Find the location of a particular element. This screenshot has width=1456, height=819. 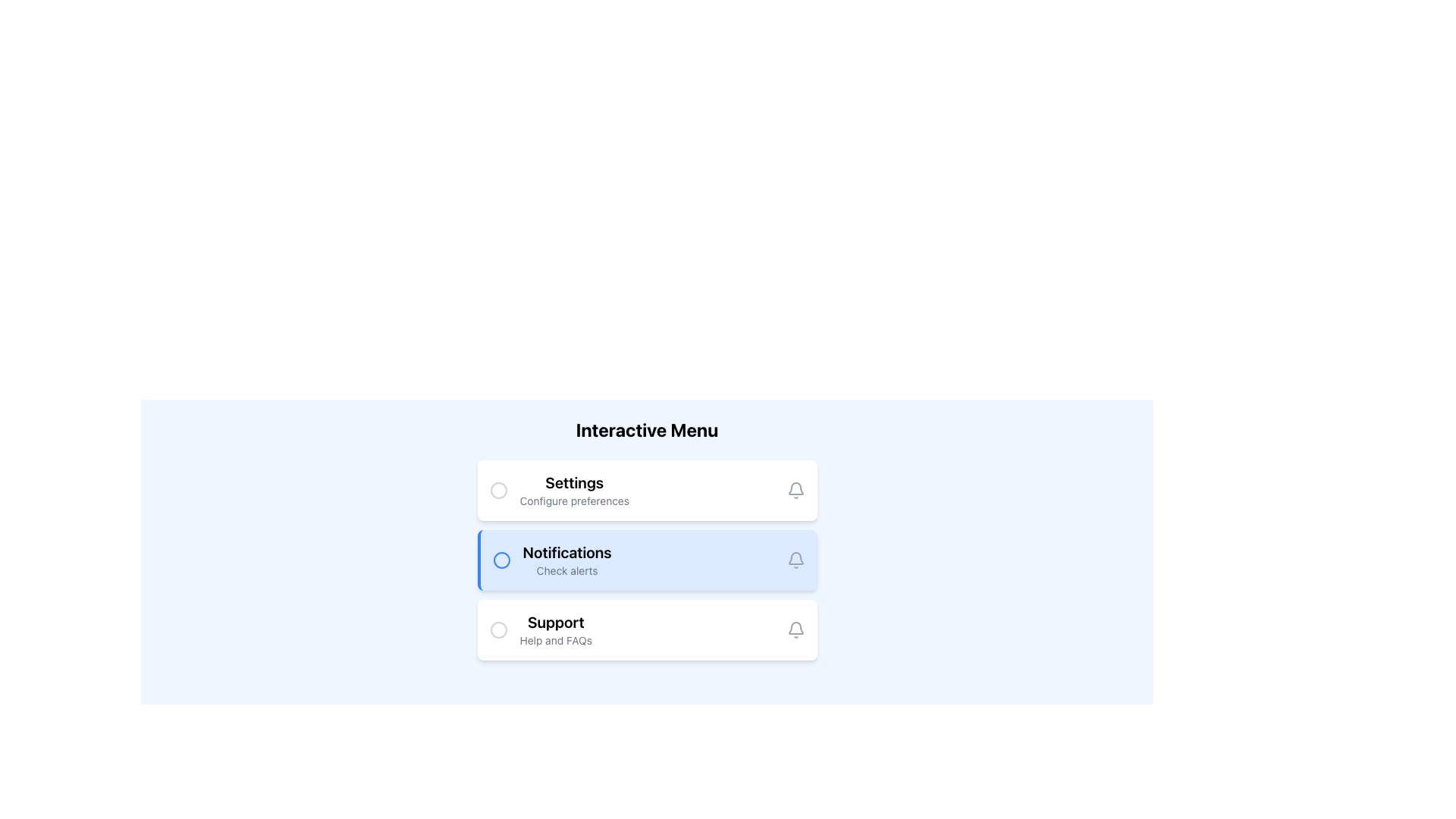

the visual representation of the notification bell icon located on the right side of the 'Notifications' row in the interactive menu, characterized by its light gray, minimalist design is located at coordinates (795, 558).